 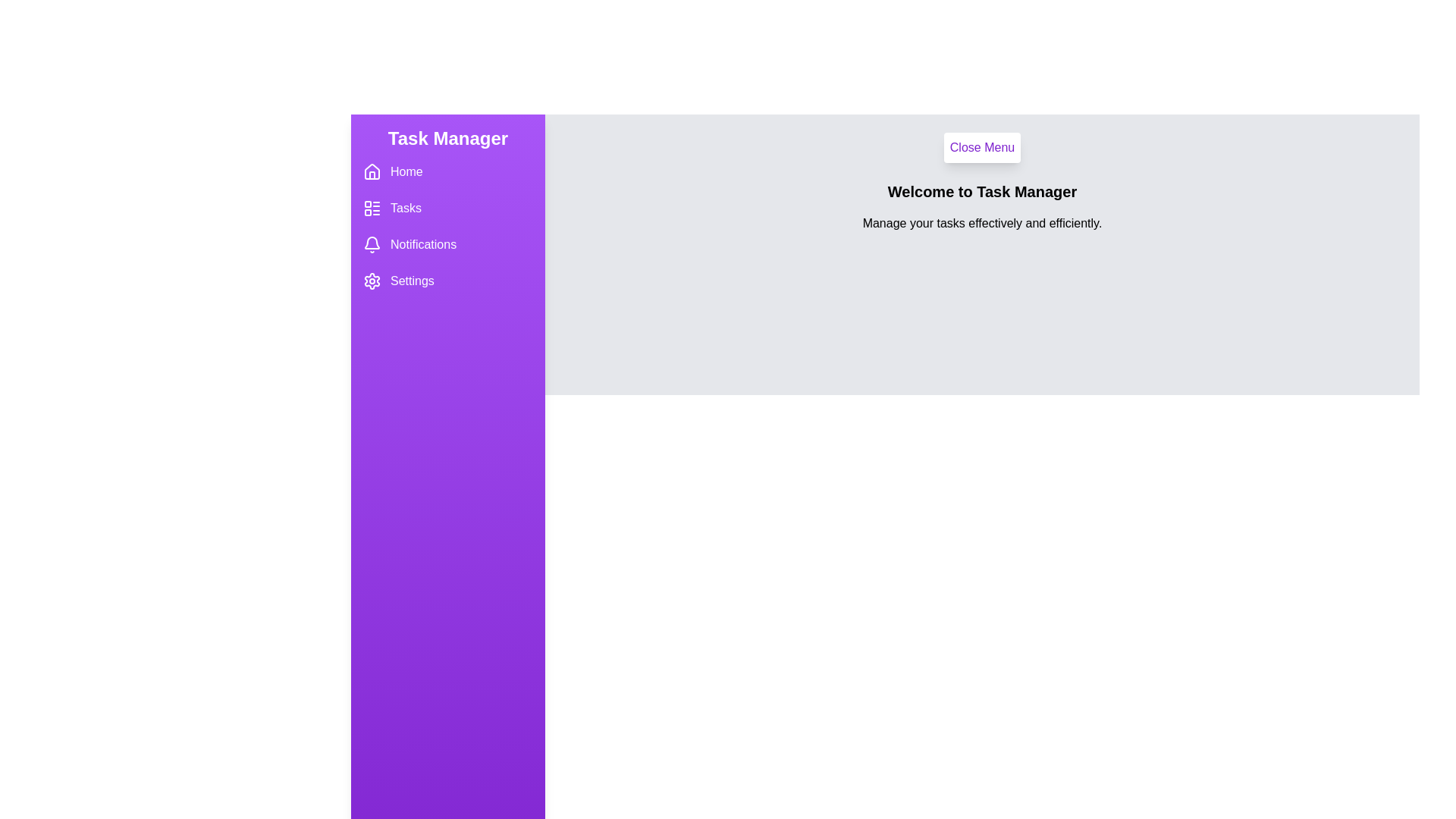 I want to click on the navigation option Home to navigate to the respective section, so click(x=447, y=171).